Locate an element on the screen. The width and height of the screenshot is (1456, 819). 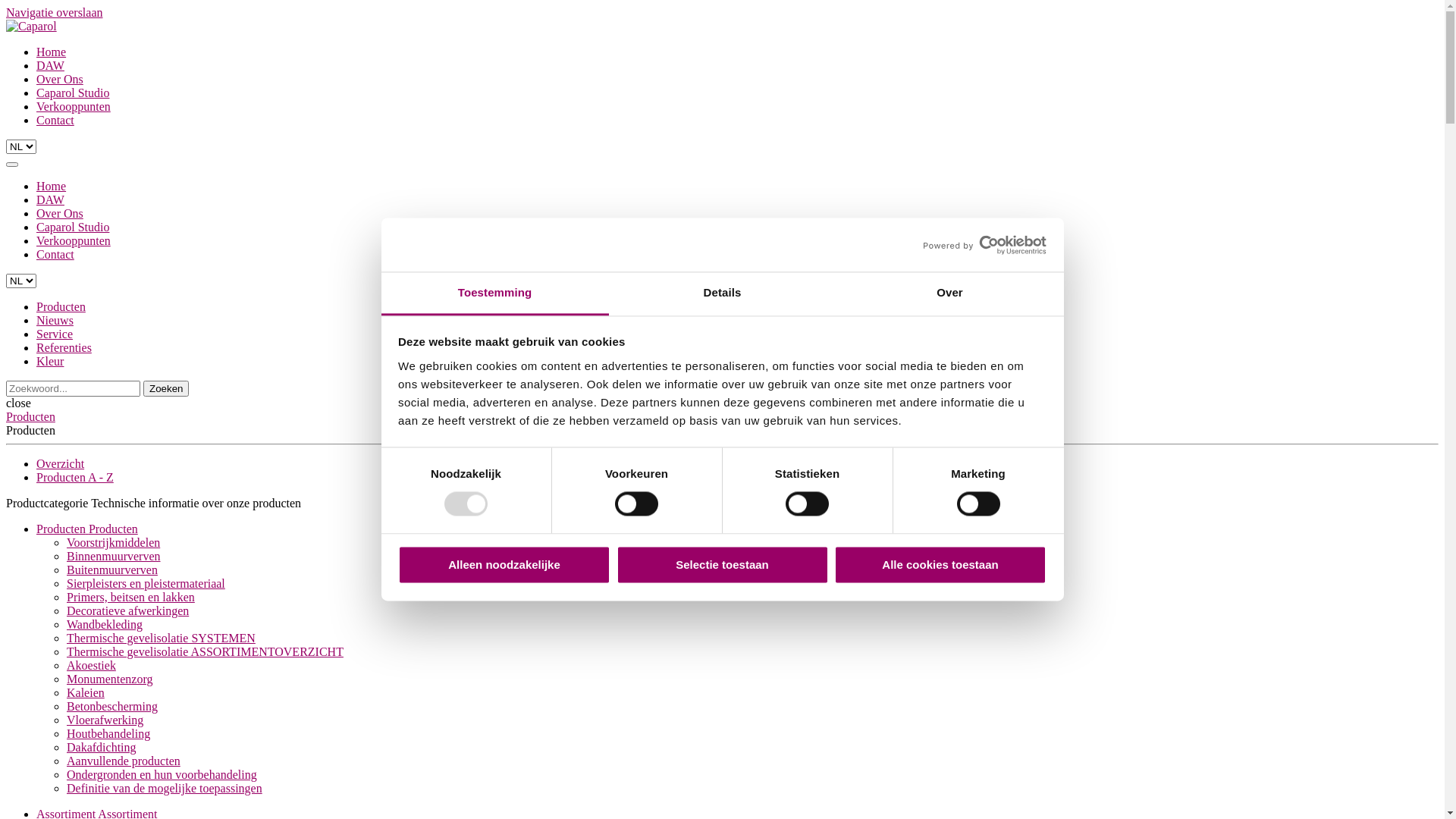
'Akoestiek' is located at coordinates (65, 664).